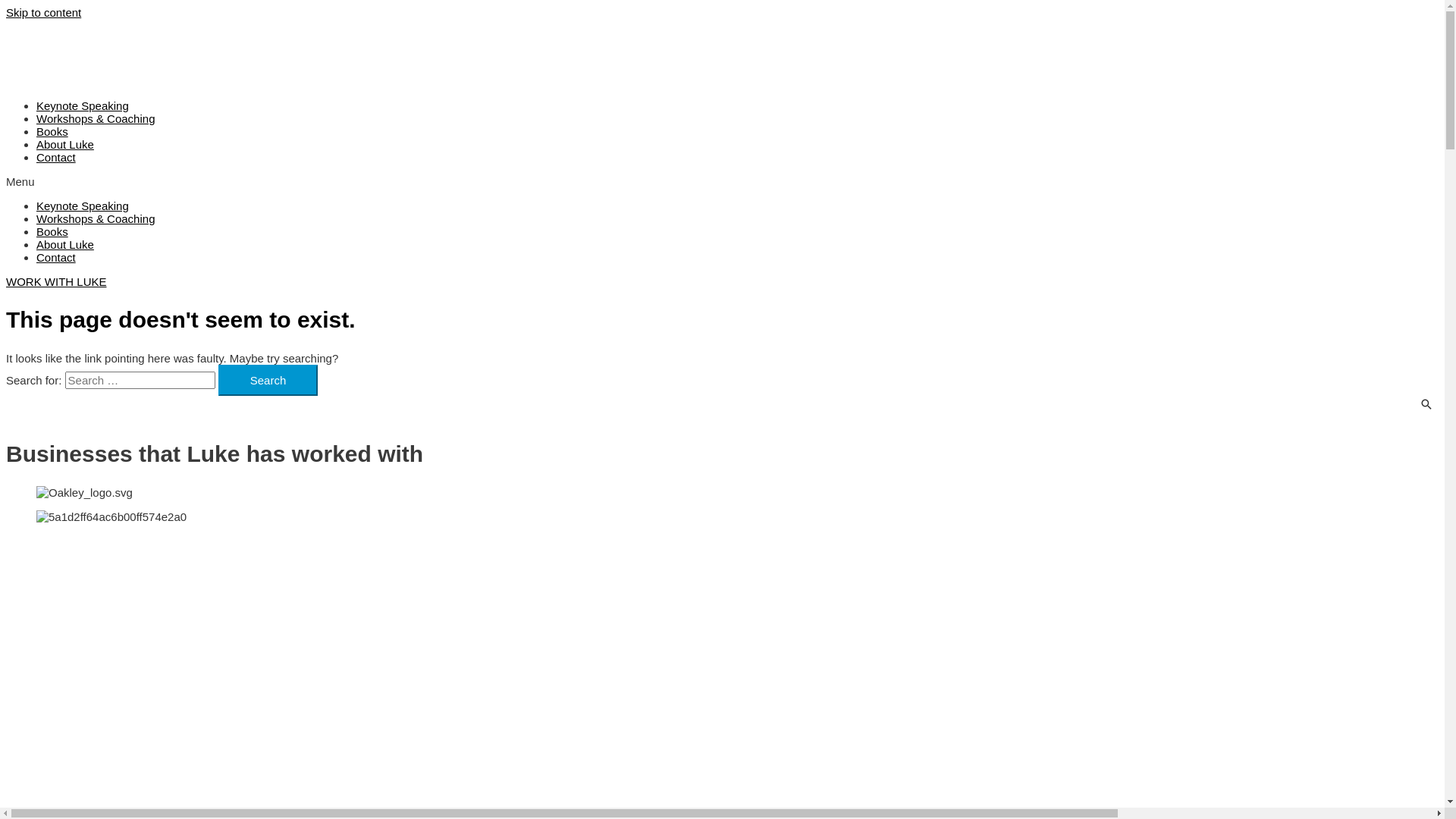  Describe the element at coordinates (36, 118) in the screenshot. I see `'Workshops & Coaching'` at that location.